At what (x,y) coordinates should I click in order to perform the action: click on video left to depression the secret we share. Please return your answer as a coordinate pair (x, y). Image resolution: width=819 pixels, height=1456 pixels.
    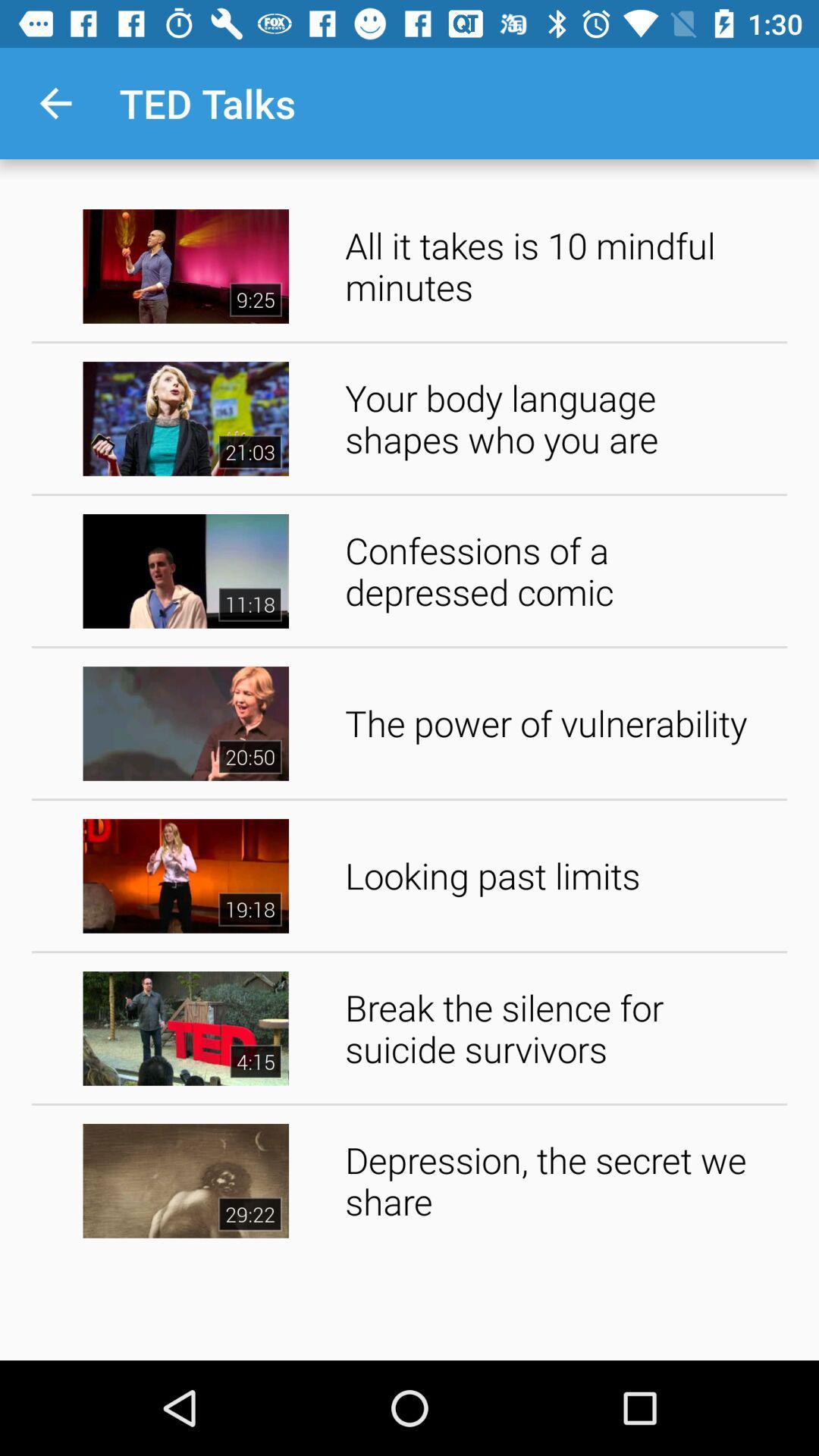
    Looking at the image, I should click on (185, 1180).